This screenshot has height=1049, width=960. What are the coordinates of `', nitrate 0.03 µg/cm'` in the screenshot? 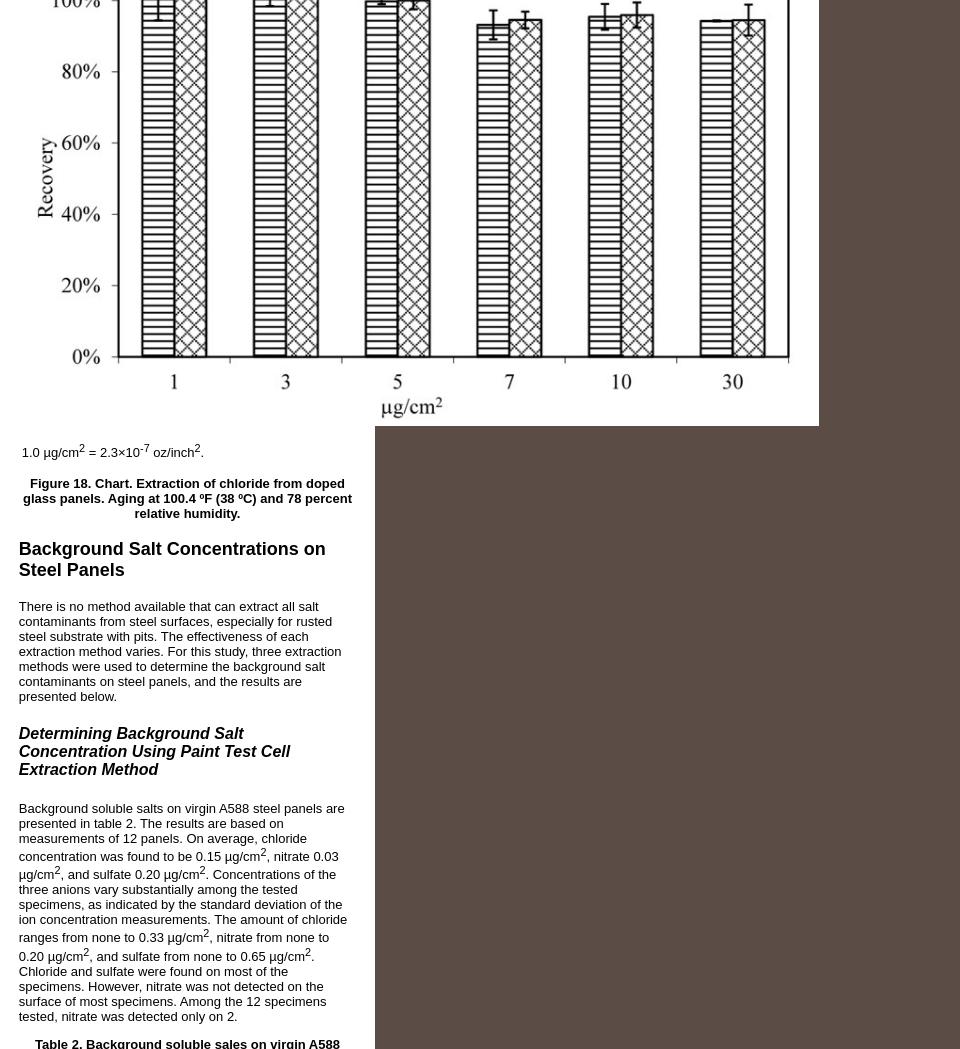 It's located at (176, 865).